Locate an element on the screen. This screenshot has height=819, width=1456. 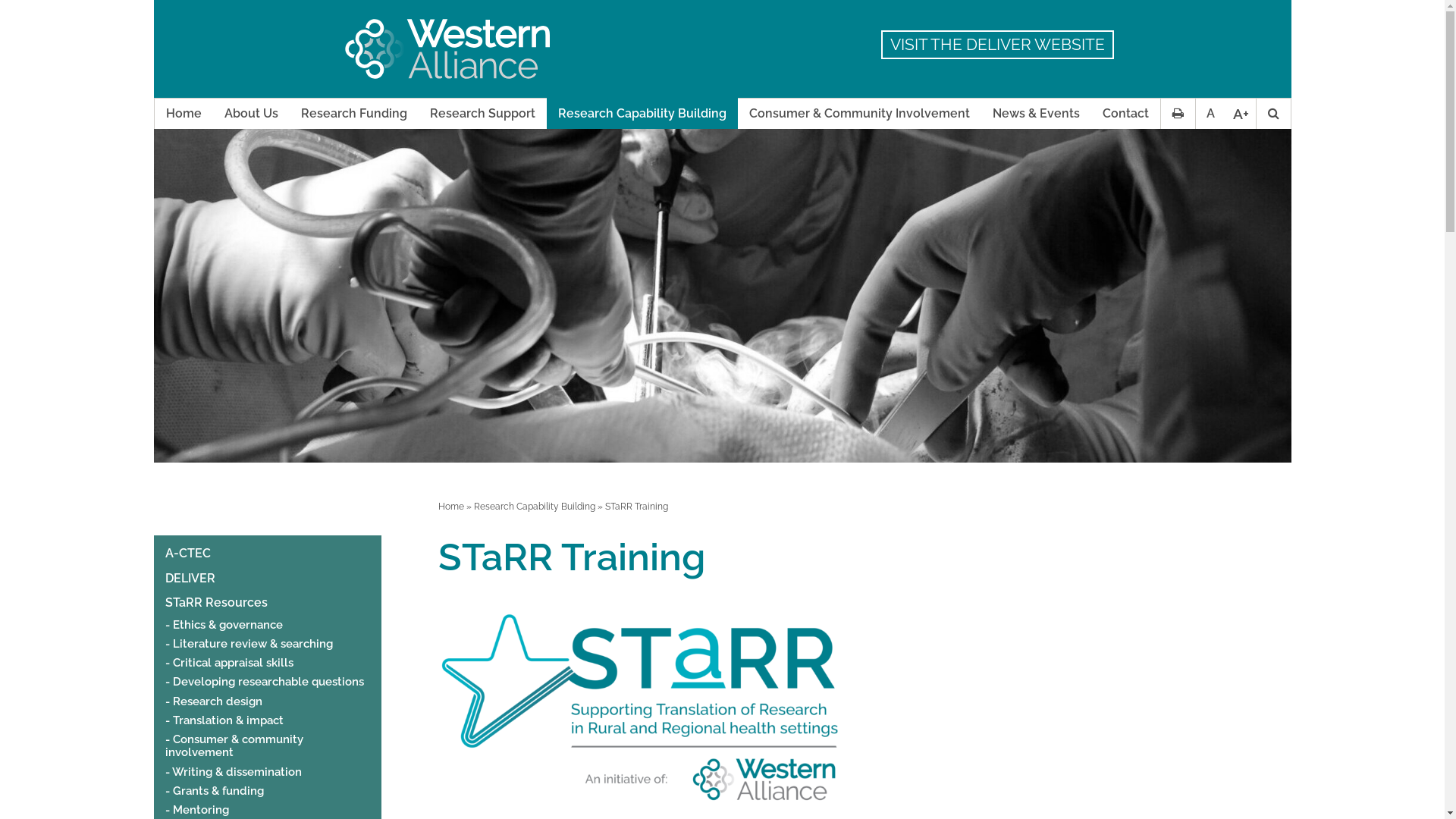
'Research Capability Building' is located at coordinates (534, 506).